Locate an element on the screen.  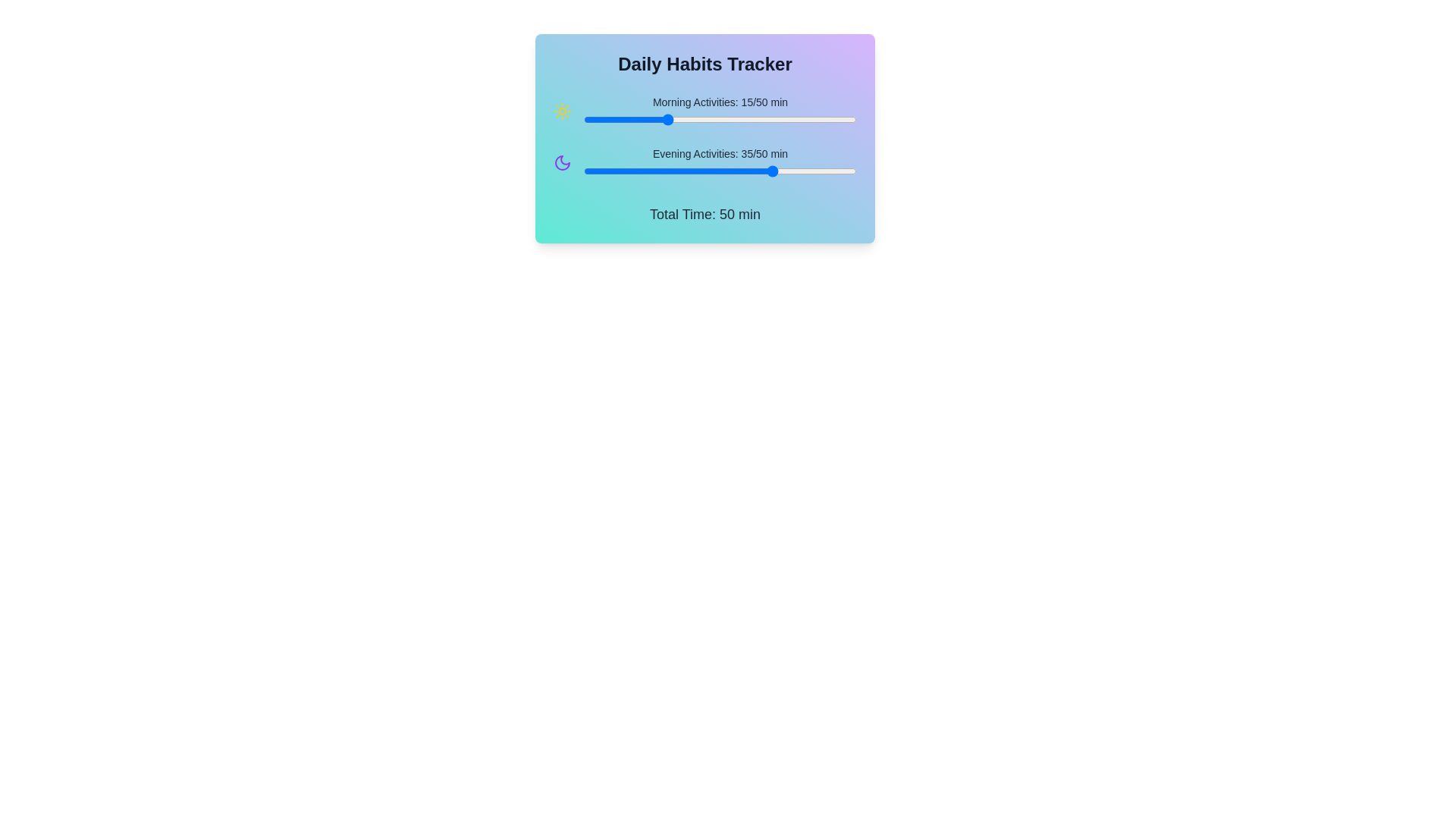
the decorative crescent moon icon with a purple outline, located to the left of the text 'Evening Activities: 35/50 min' is located at coordinates (562, 163).